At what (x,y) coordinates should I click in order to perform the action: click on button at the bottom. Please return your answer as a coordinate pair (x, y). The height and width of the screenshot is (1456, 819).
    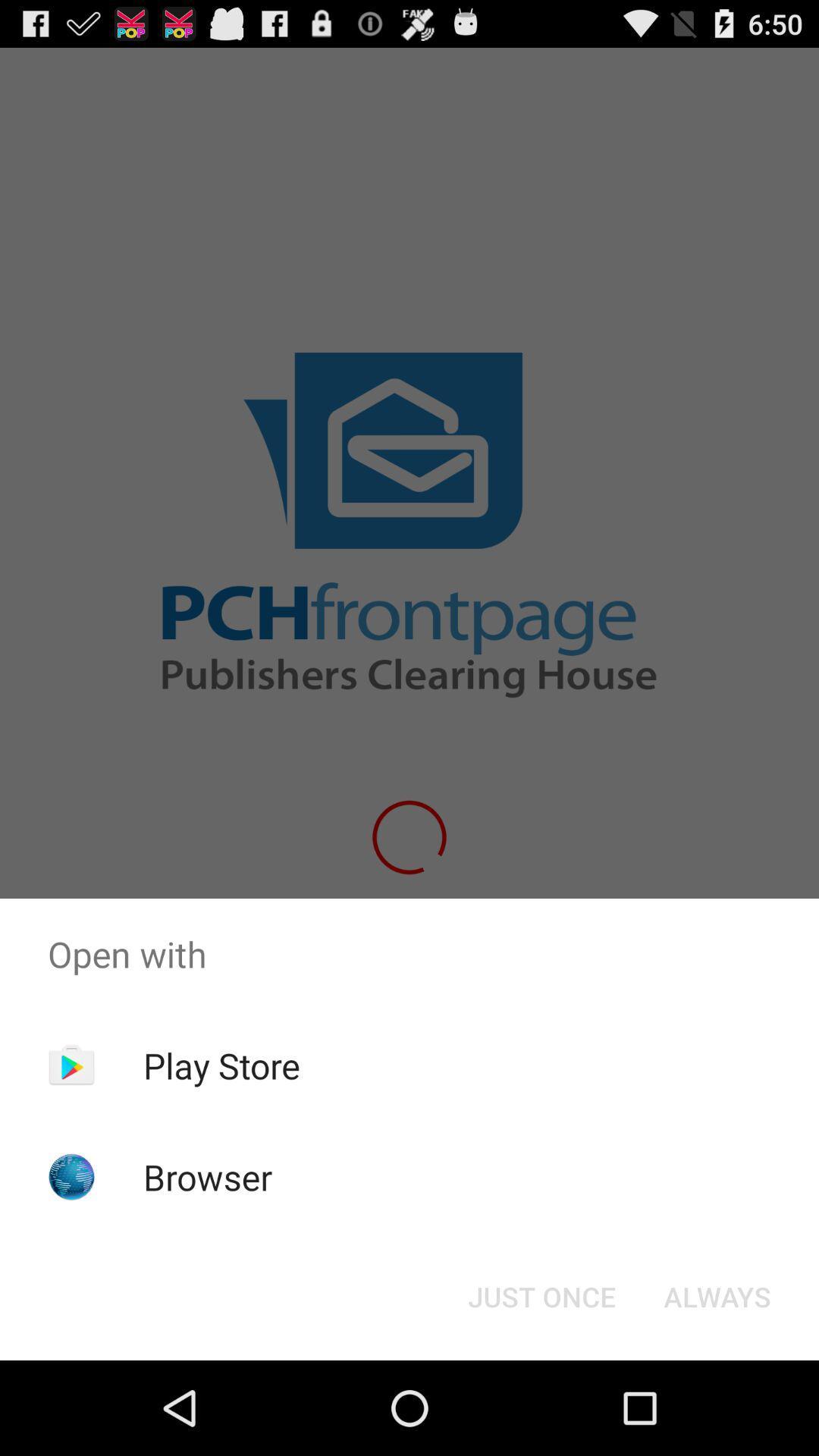
    Looking at the image, I should click on (541, 1295).